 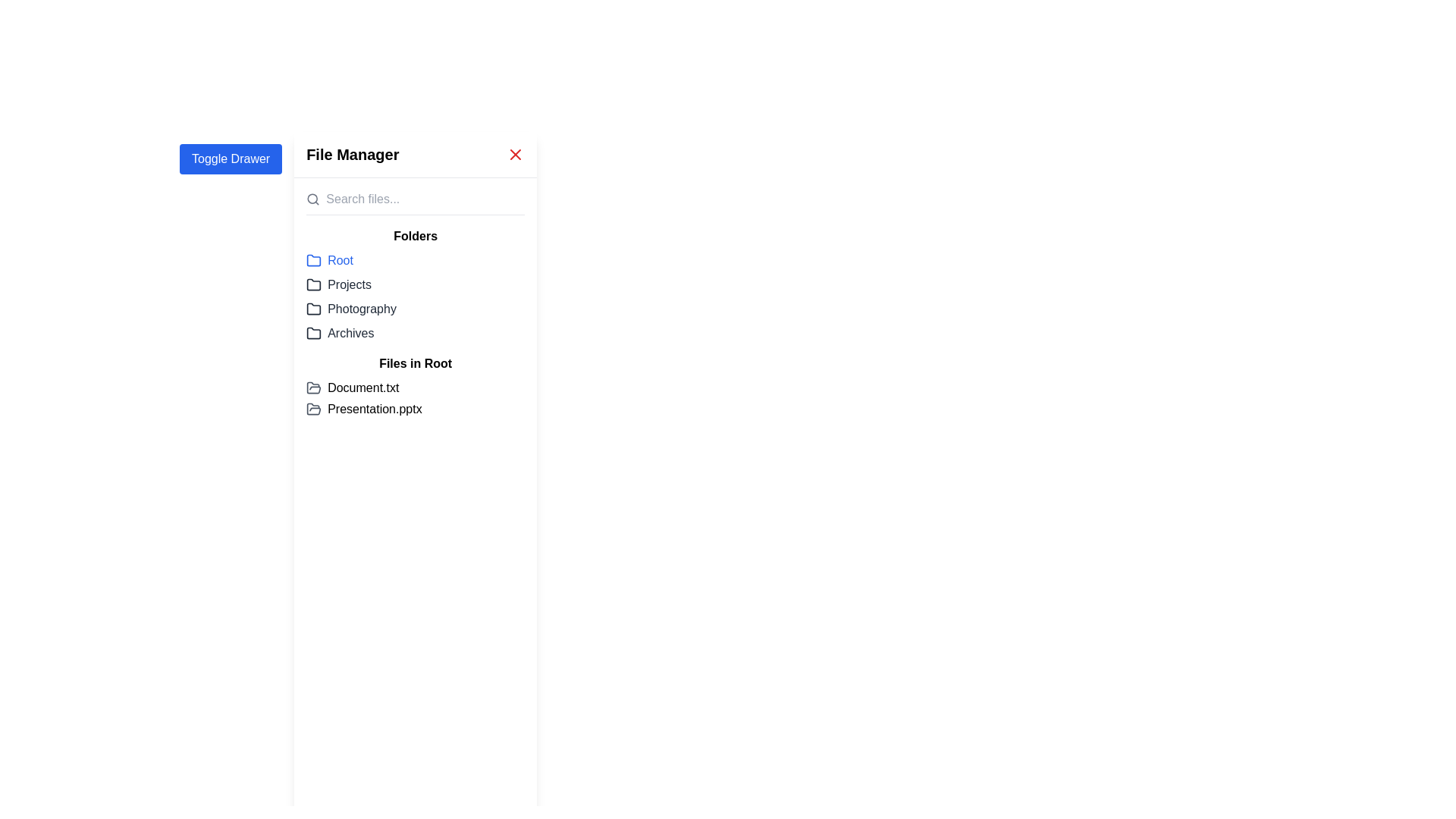 I want to click on the 'Photography' folder label, so click(x=361, y=309).